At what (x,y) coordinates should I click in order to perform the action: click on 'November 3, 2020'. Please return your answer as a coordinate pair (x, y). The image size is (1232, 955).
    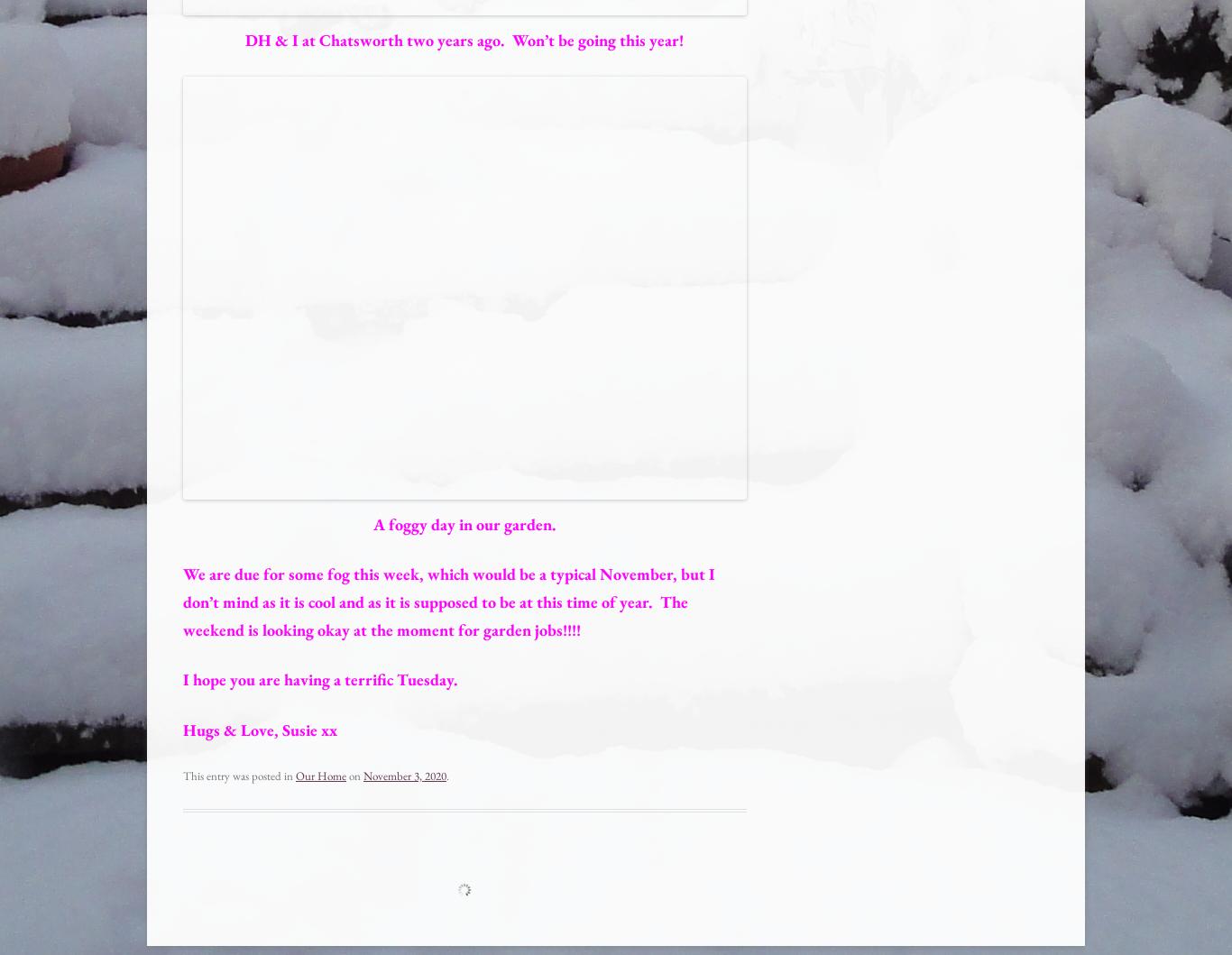
    Looking at the image, I should click on (404, 775).